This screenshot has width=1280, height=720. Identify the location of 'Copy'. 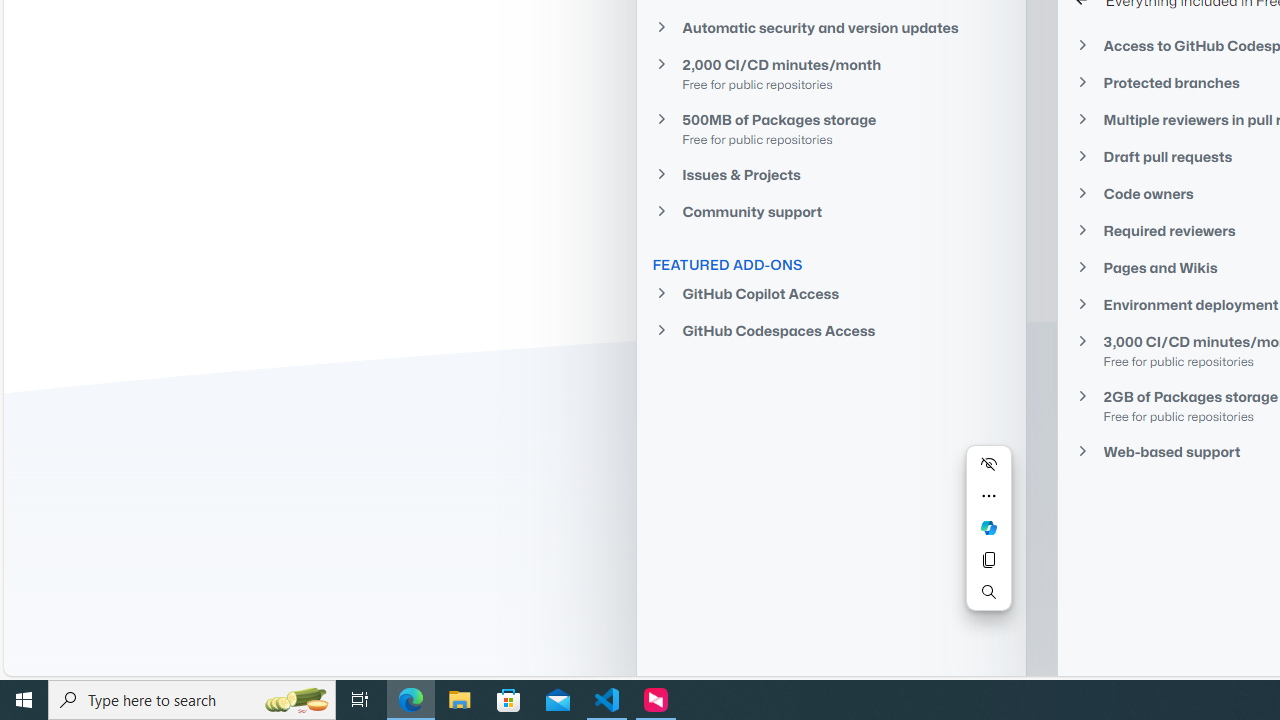
(988, 560).